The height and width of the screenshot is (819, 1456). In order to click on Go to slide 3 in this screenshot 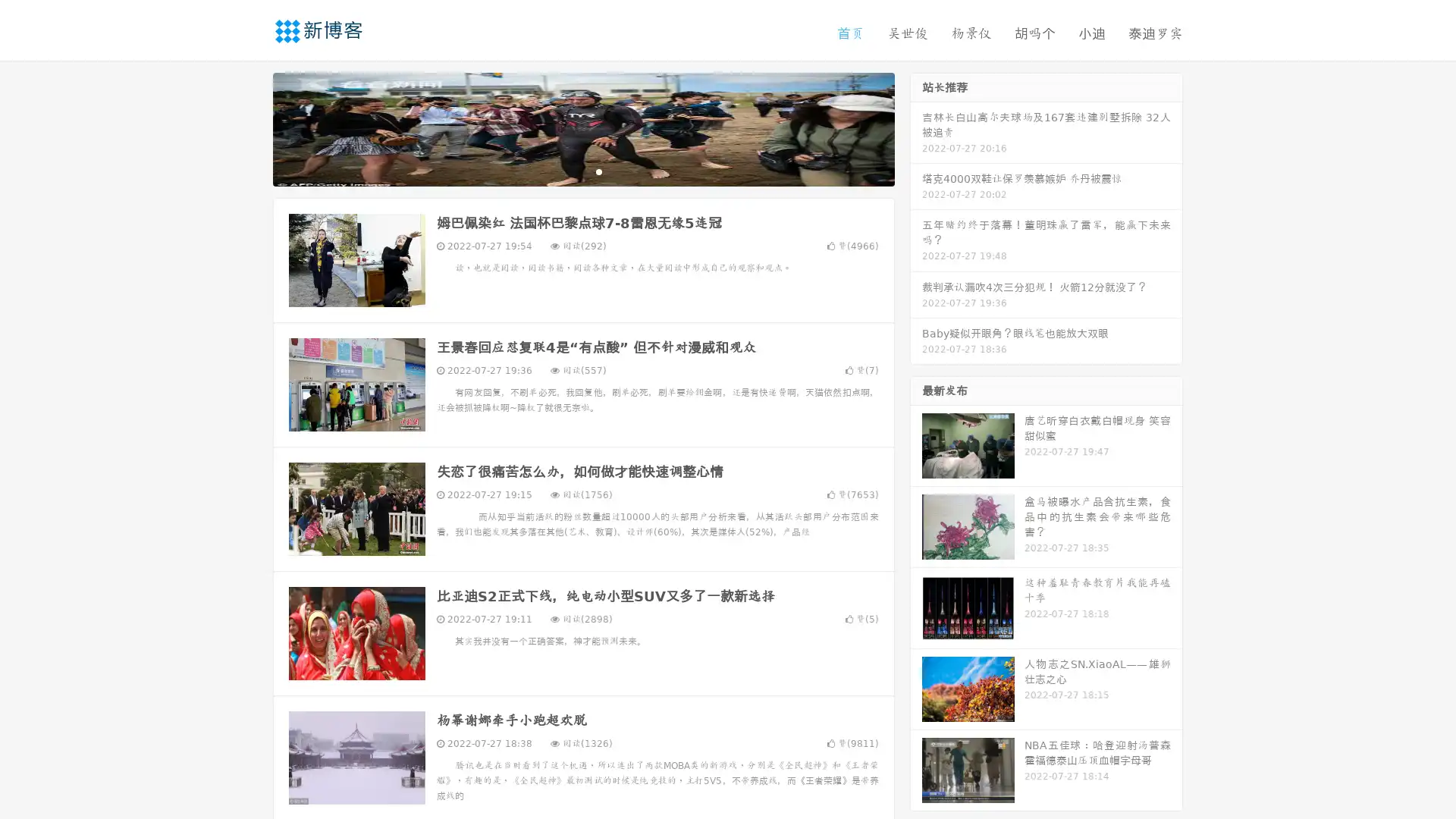, I will do `click(598, 171)`.